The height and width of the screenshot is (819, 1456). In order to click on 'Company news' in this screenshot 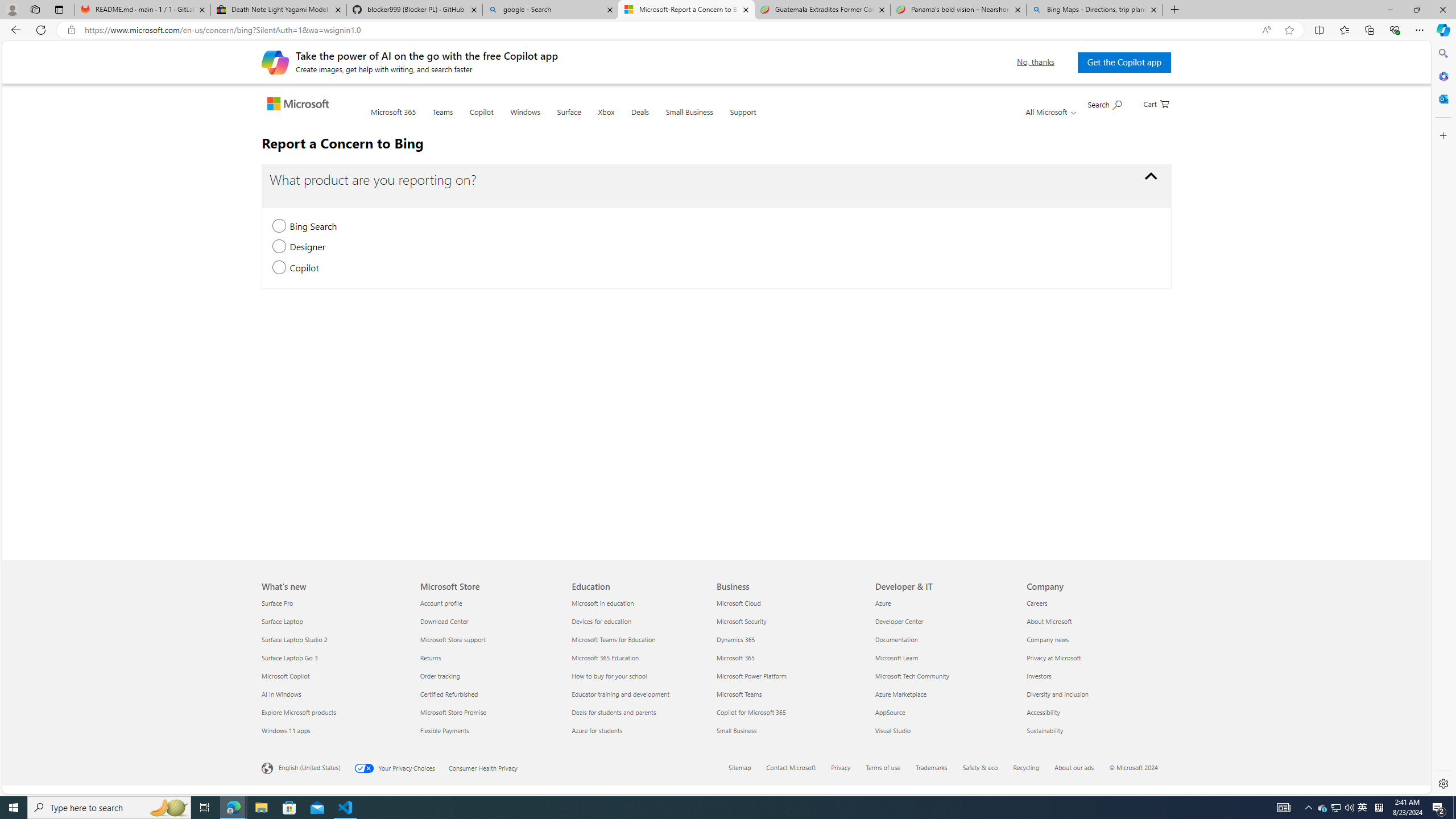, I will do `click(1095, 638)`.